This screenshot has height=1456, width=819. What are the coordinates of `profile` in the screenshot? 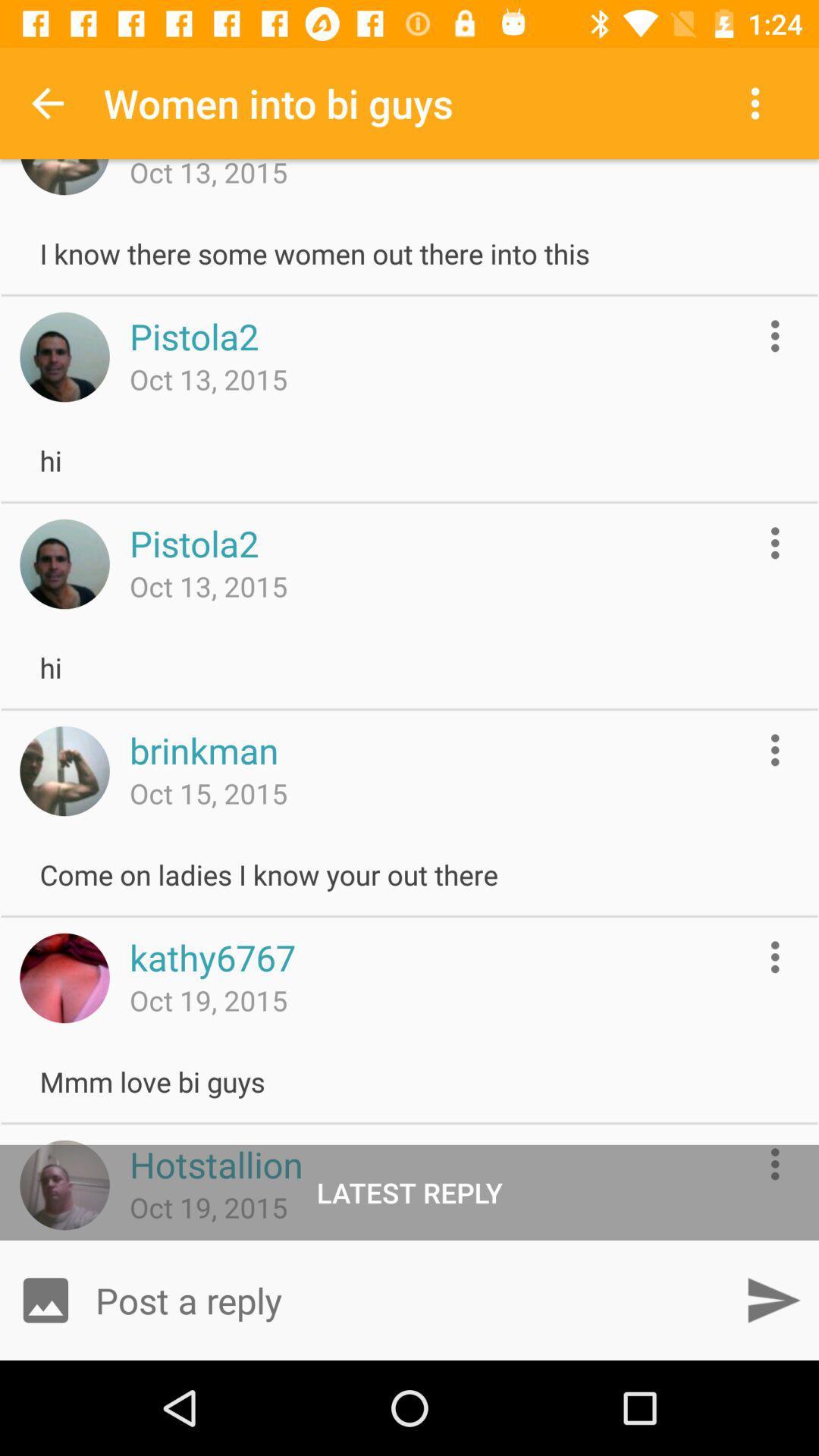 It's located at (64, 1185).